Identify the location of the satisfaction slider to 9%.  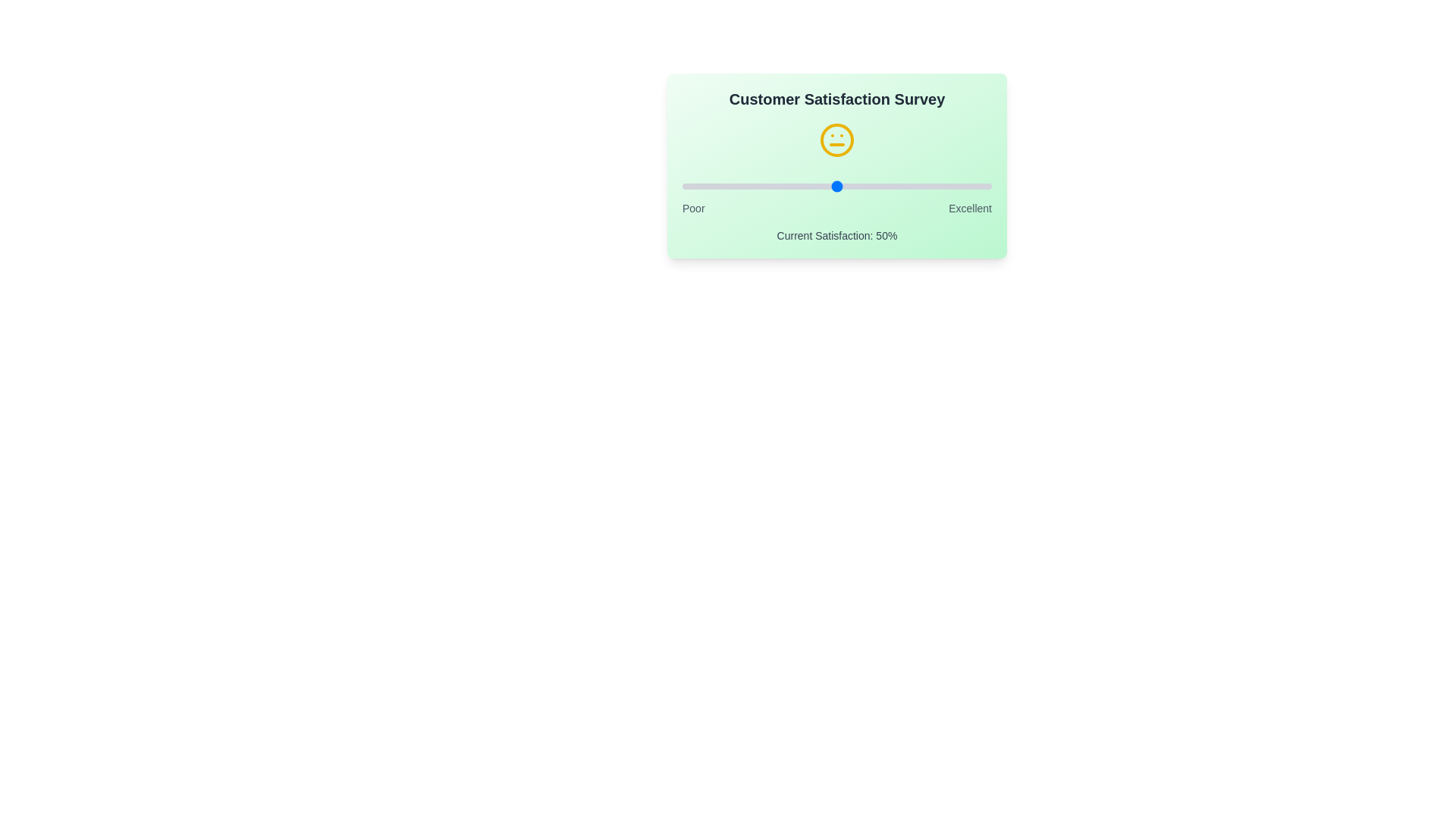
(709, 186).